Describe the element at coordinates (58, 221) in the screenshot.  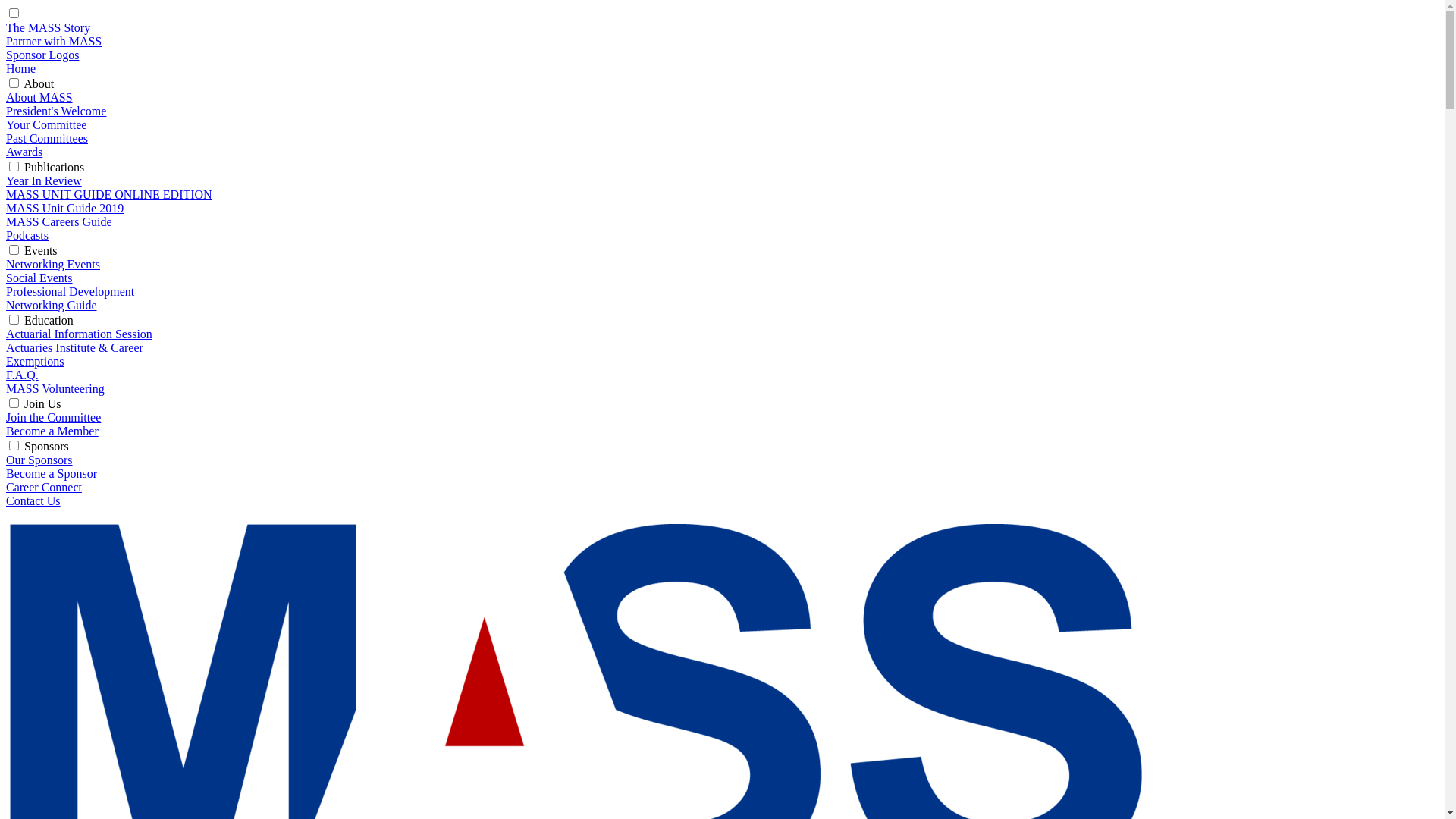
I see `'MASS Careers Guide'` at that location.